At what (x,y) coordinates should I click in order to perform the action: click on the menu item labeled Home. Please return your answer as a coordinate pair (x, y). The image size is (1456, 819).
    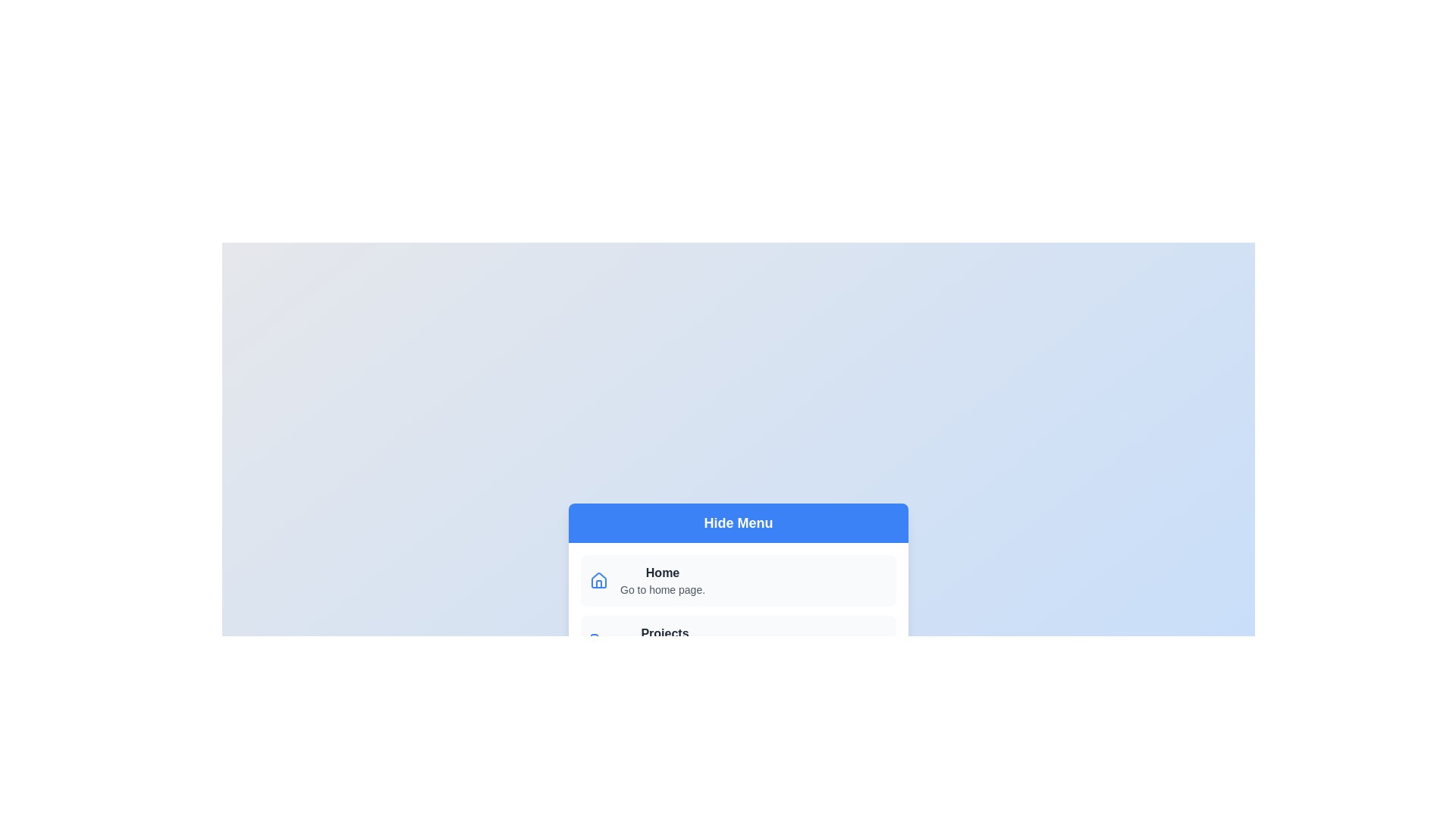
    Looking at the image, I should click on (739, 580).